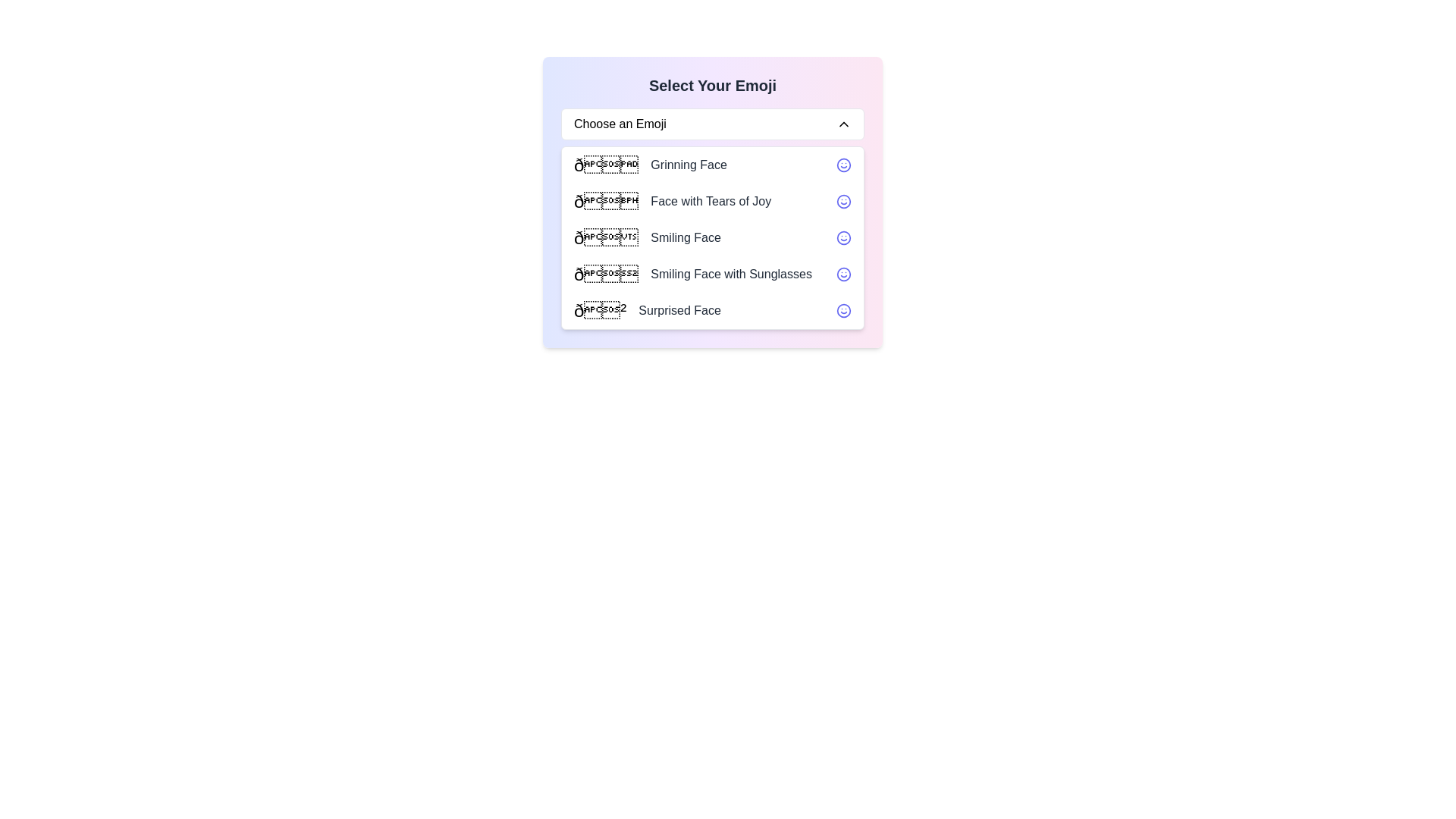 This screenshot has height=819, width=1456. Describe the element at coordinates (650, 165) in the screenshot. I see `the first list item displaying the 'Grinning Face' emoji and the text 'Grinning Face' in a dropdown selection interface` at that location.